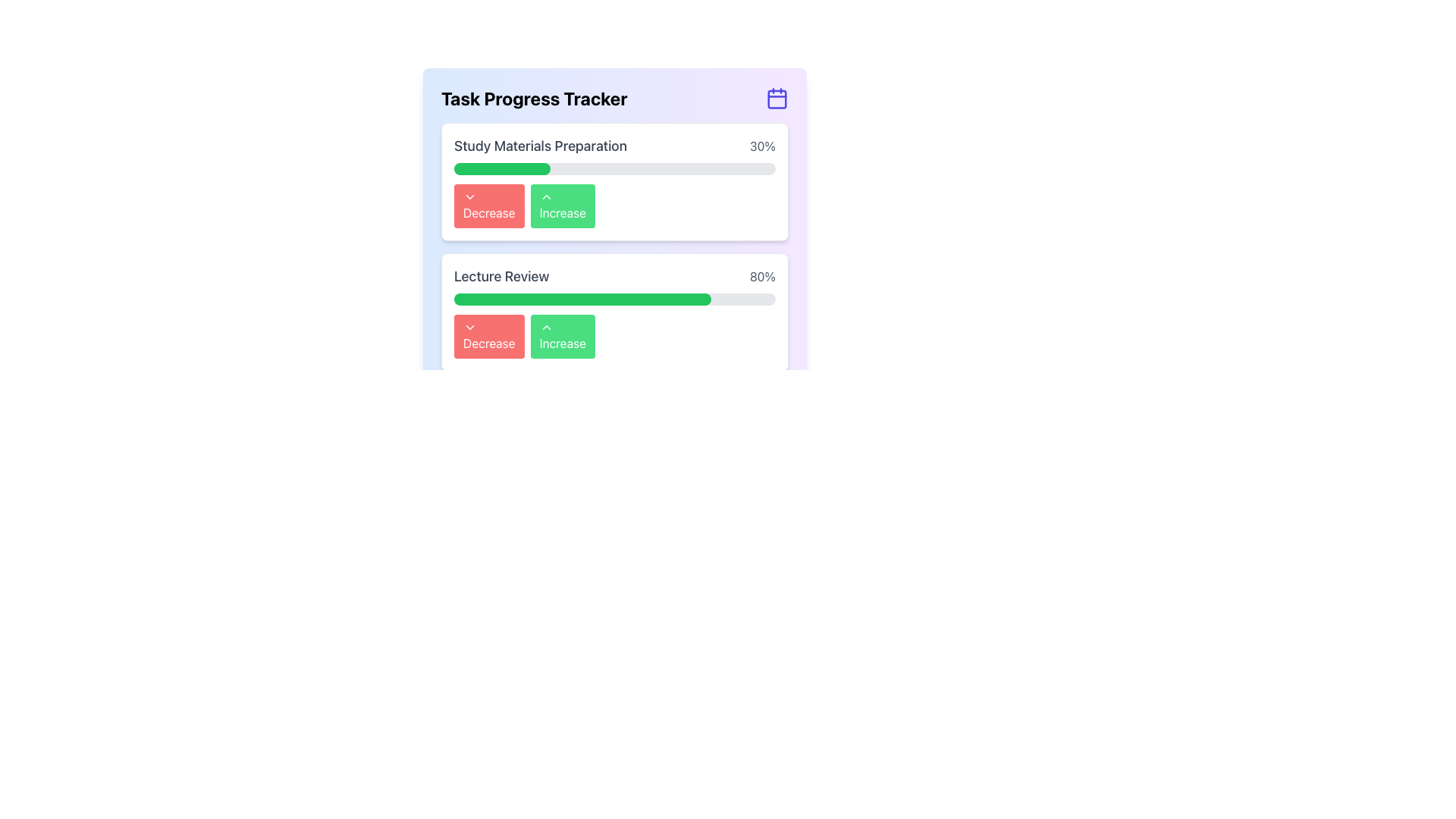  What do you see at coordinates (546, 327) in the screenshot?
I see `the upward-pointing chevron icon inside the green 'Increase' button, which indicates an increment action` at bounding box center [546, 327].